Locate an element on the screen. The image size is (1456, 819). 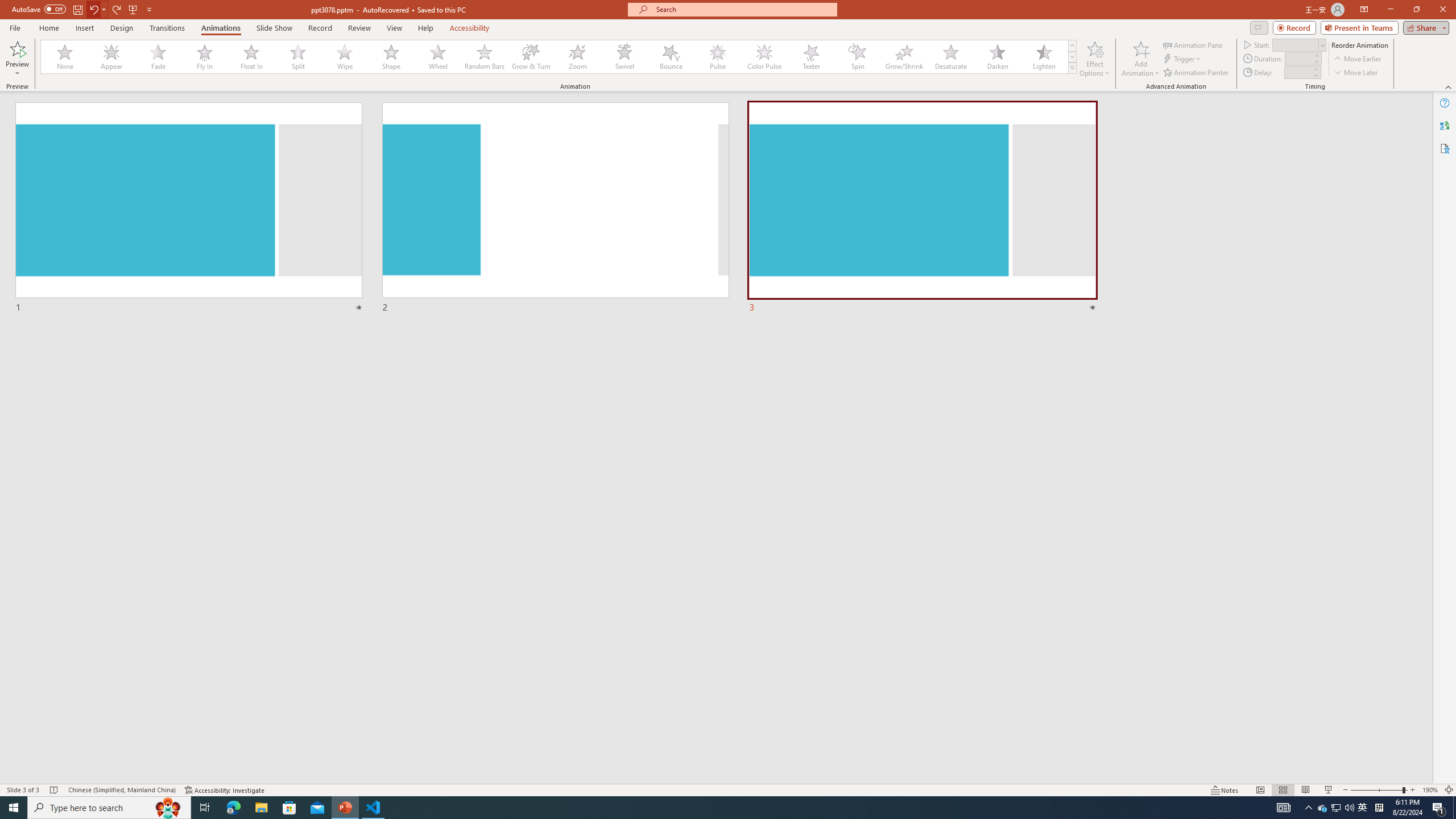
'Animation Duration' is located at coordinates (1298, 58).